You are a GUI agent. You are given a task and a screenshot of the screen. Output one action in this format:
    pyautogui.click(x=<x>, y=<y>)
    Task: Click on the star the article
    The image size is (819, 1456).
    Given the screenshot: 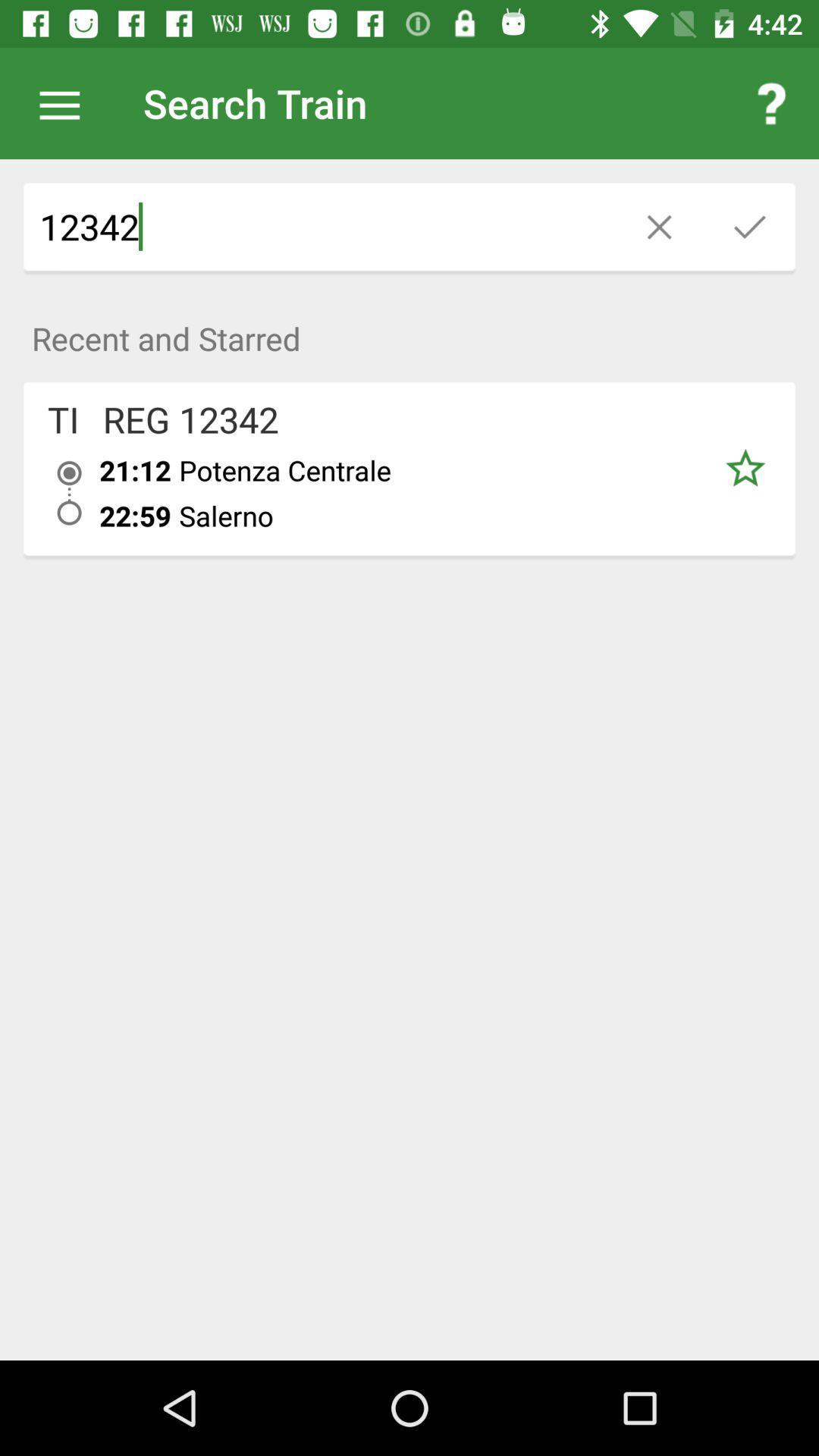 What is the action you would take?
    pyautogui.click(x=744, y=468)
    